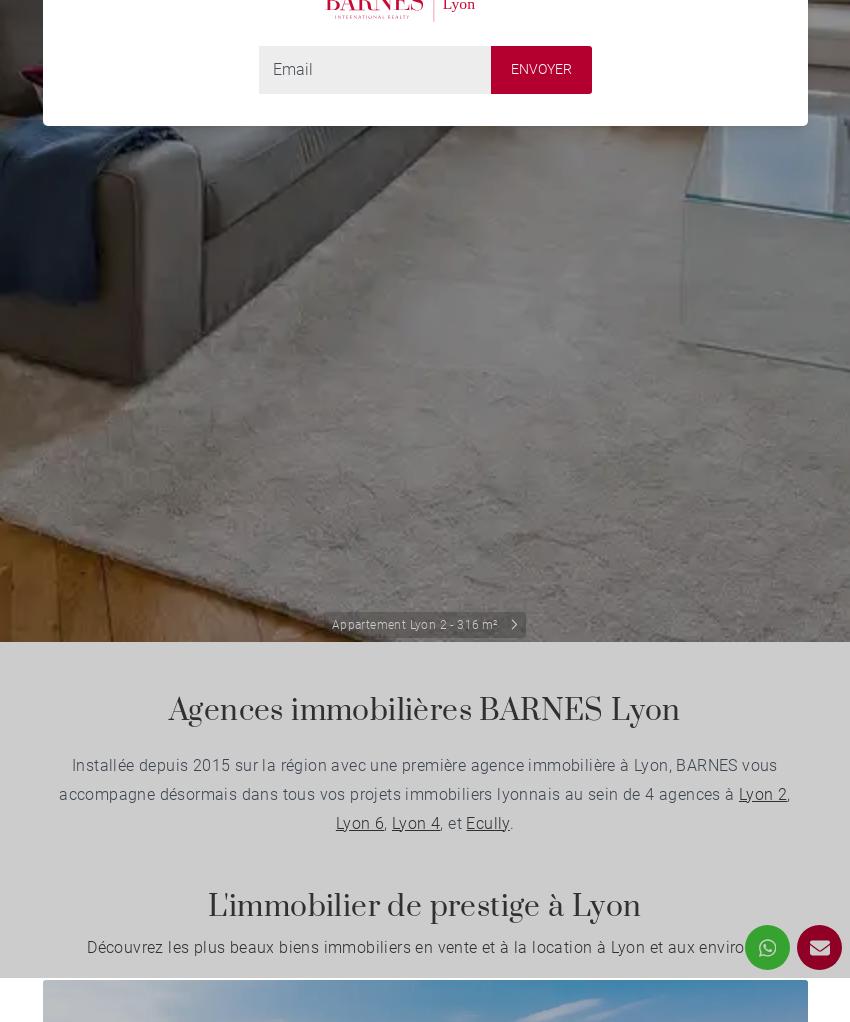 The image size is (850, 1022). What do you see at coordinates (424, 947) in the screenshot?
I see `'Découvrez les plus beaux biens immobiliers en vente et à la location à Lyon et aux environs'` at bounding box center [424, 947].